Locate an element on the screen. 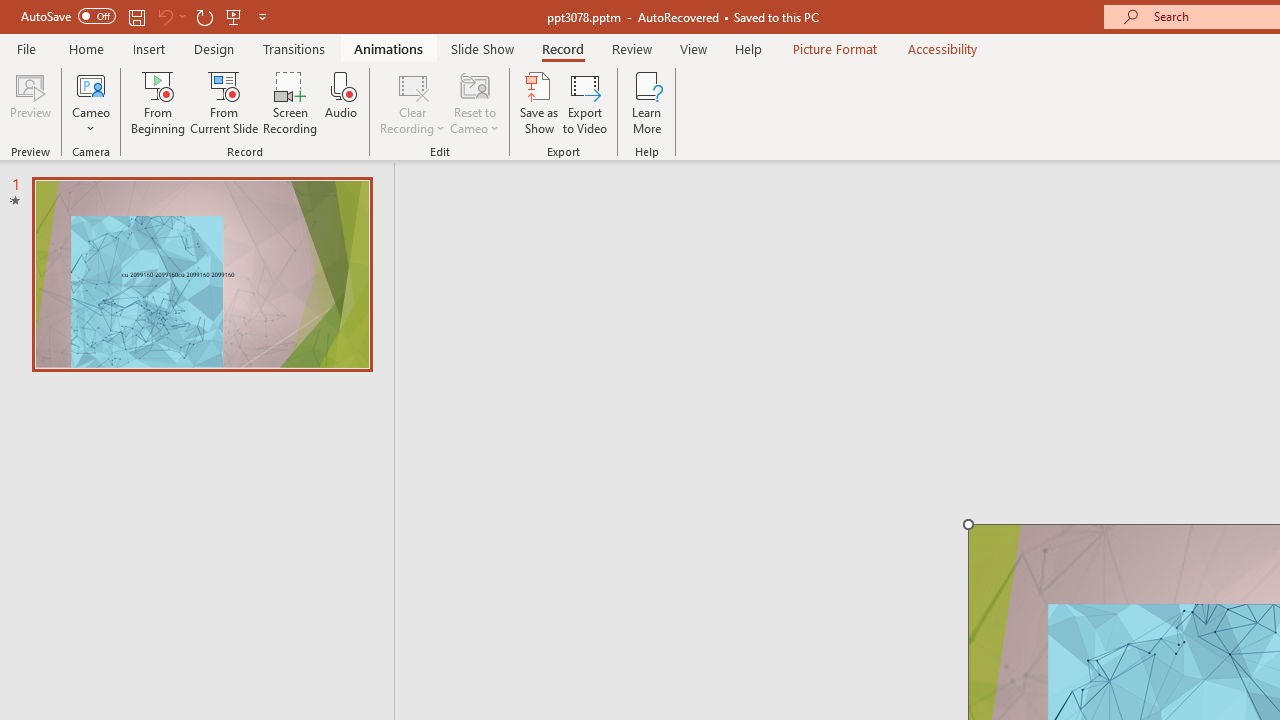 The width and height of the screenshot is (1280, 720). 'Picture Format' is located at coordinates (835, 48).